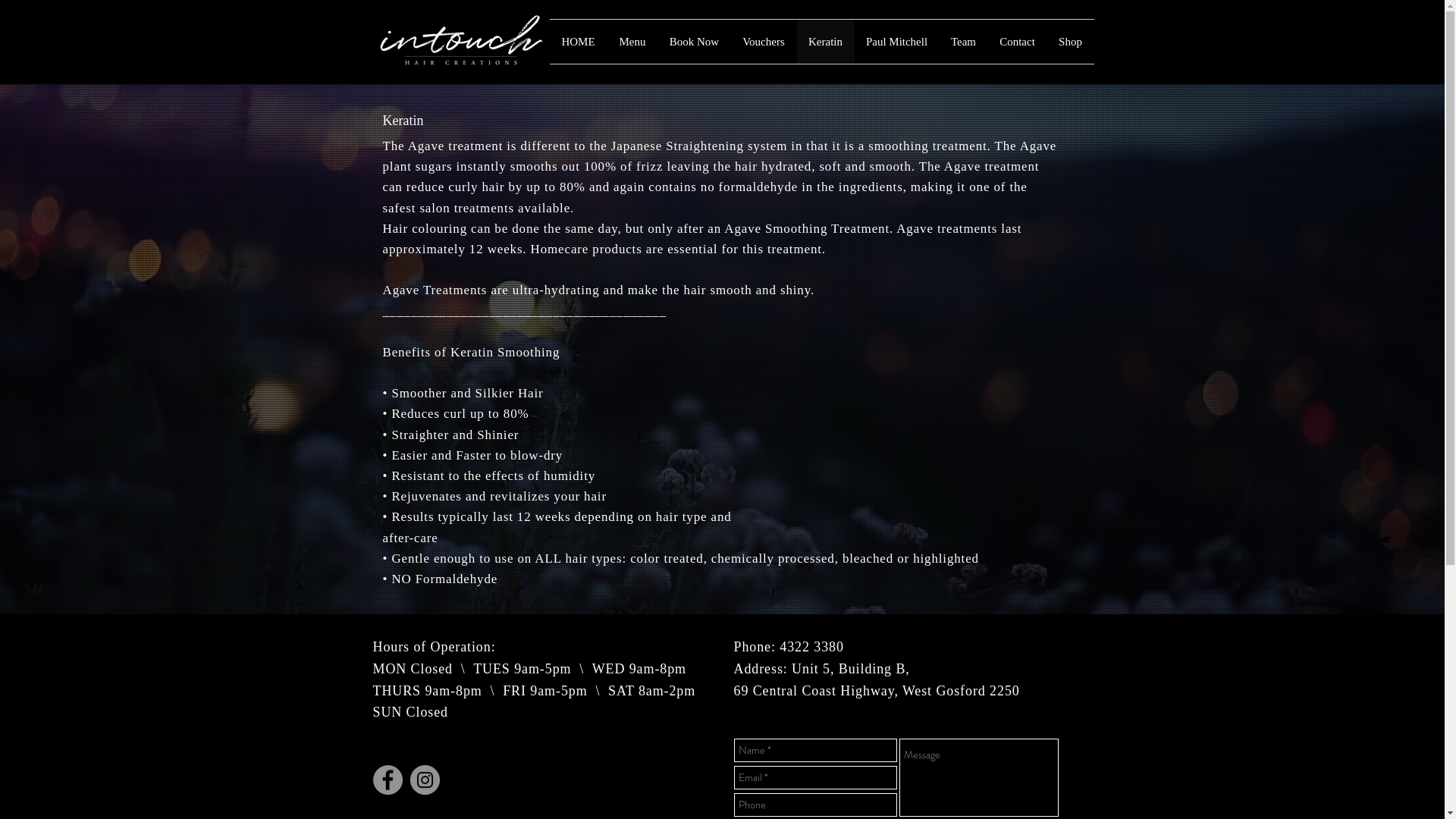  Describe the element at coordinates (548, 40) in the screenshot. I see `'HOME'` at that location.